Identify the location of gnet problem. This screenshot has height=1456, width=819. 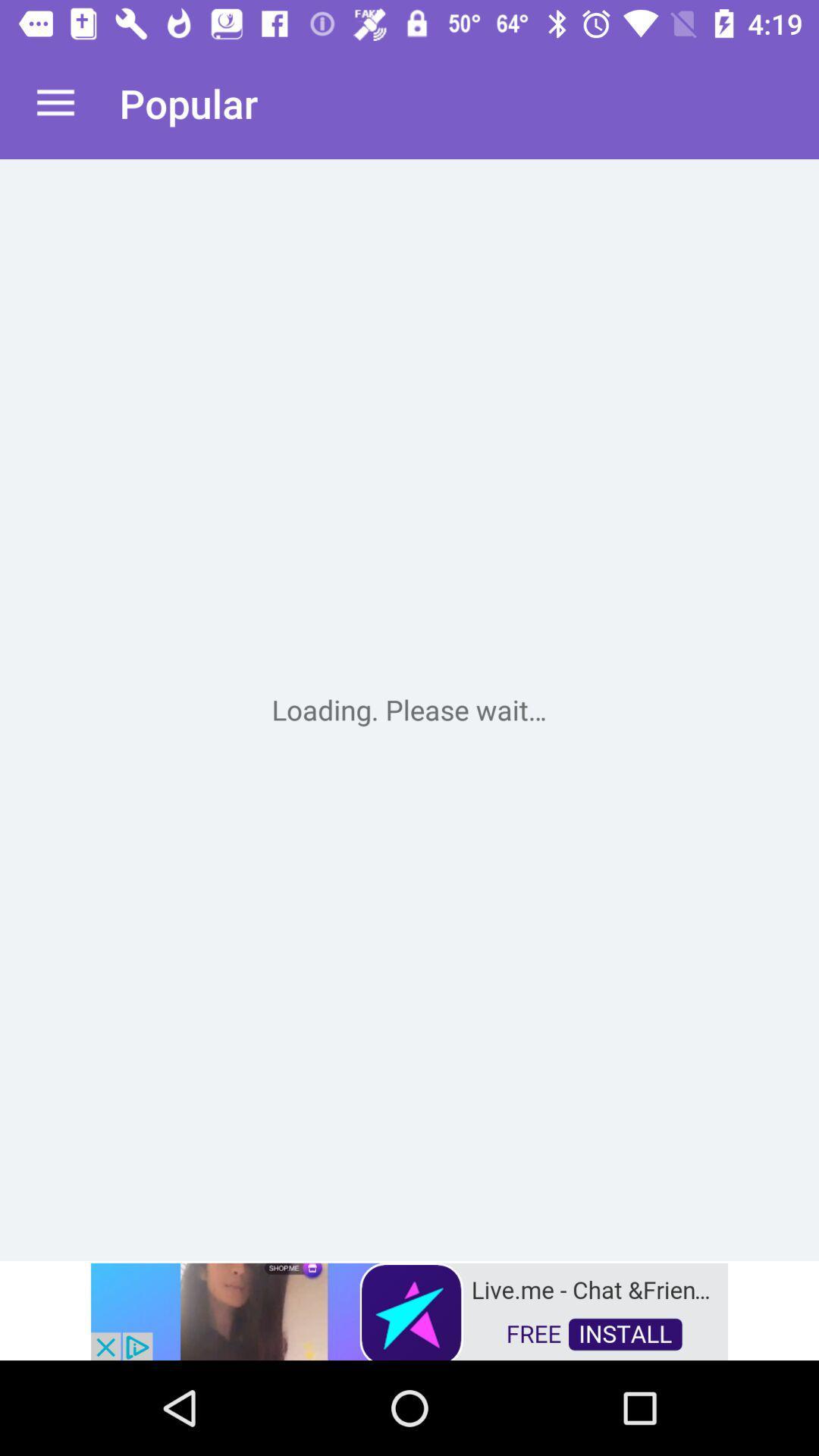
(409, 709).